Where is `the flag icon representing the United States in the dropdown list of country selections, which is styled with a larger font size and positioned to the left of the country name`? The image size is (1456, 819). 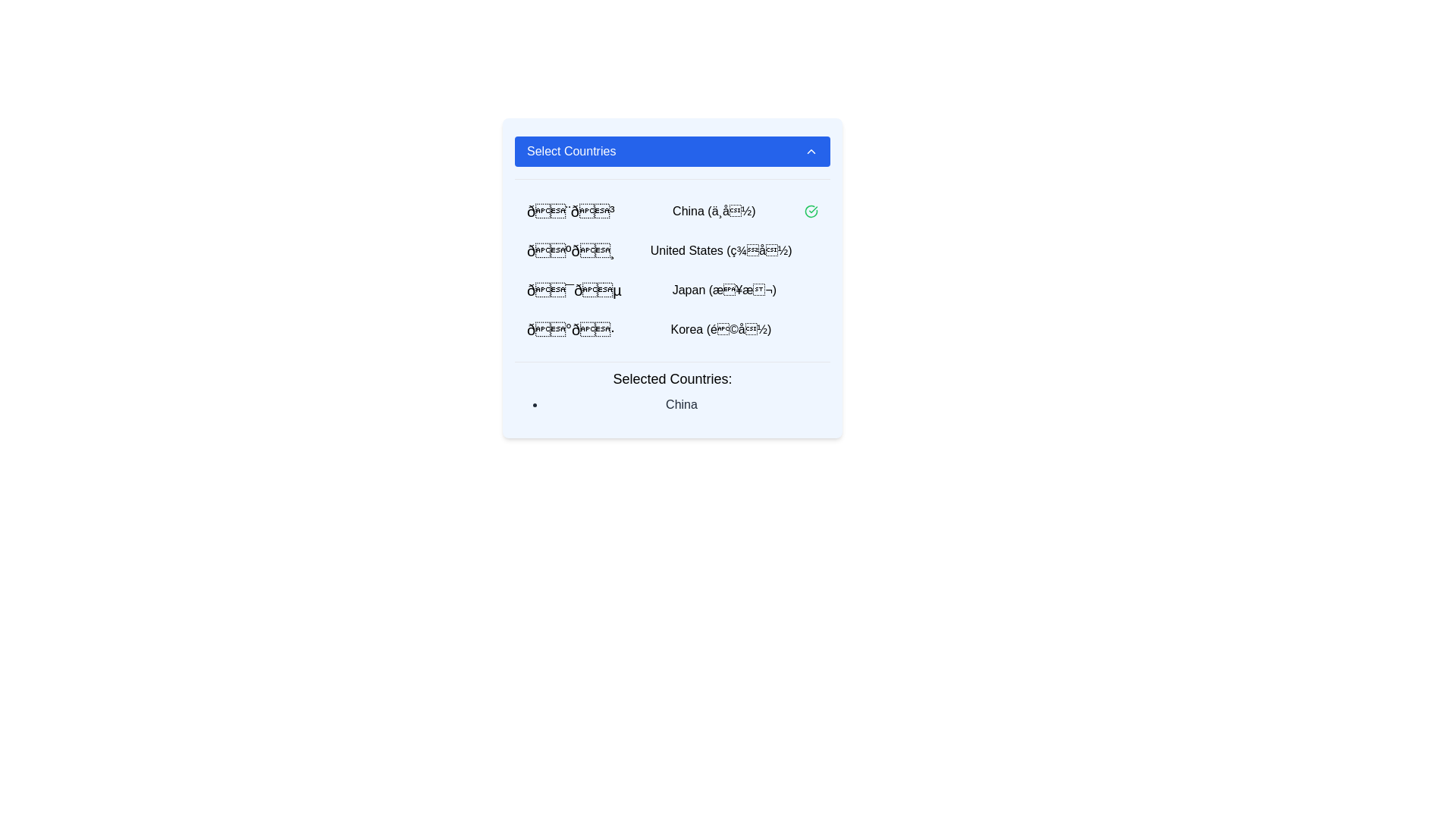 the flag icon representing the United States in the dropdown list of country selections, which is styled with a larger font size and positioned to the left of the country name is located at coordinates (570, 250).